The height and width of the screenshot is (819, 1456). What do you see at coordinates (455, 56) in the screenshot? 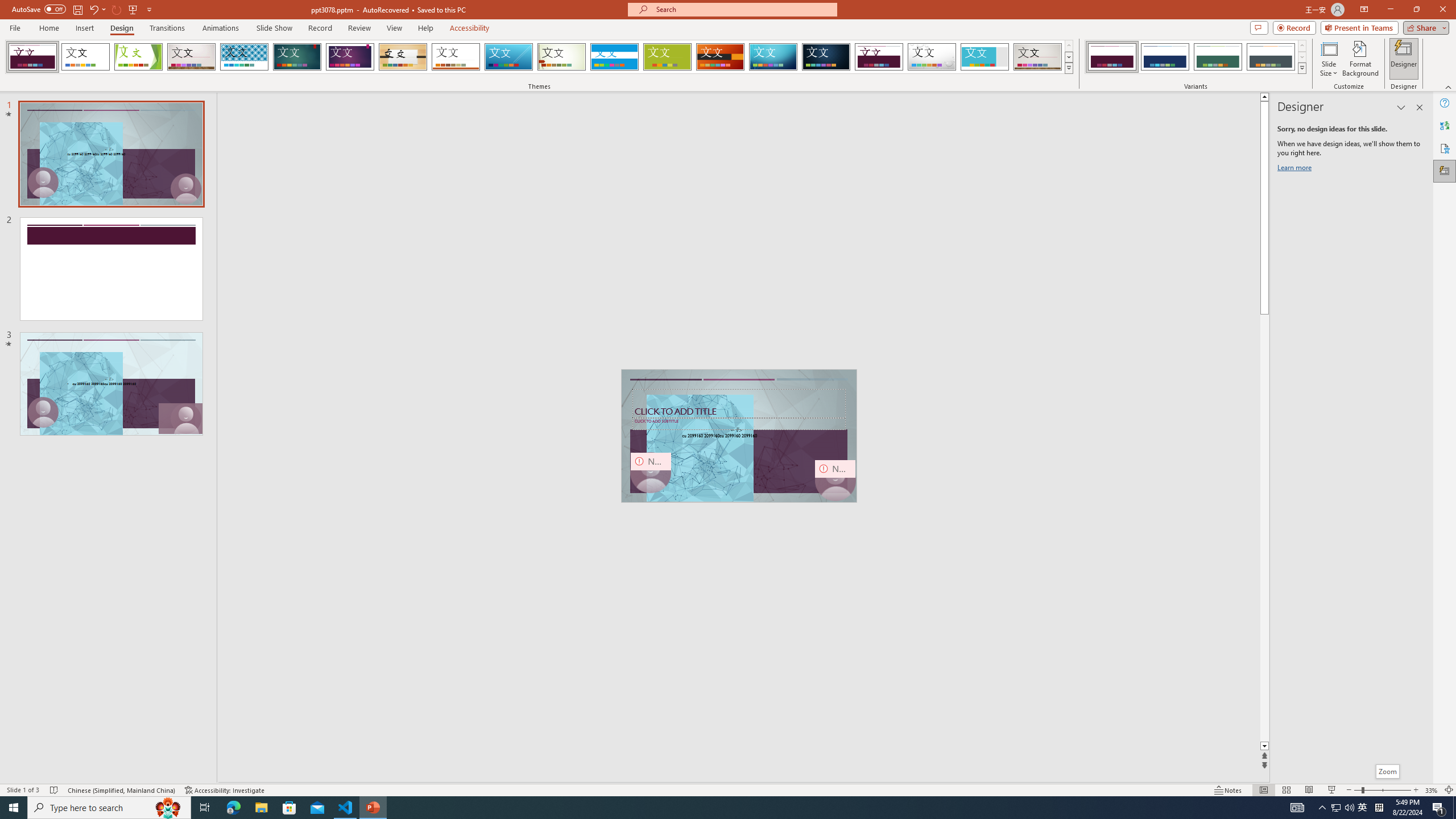
I see `'Retrospect'` at bounding box center [455, 56].